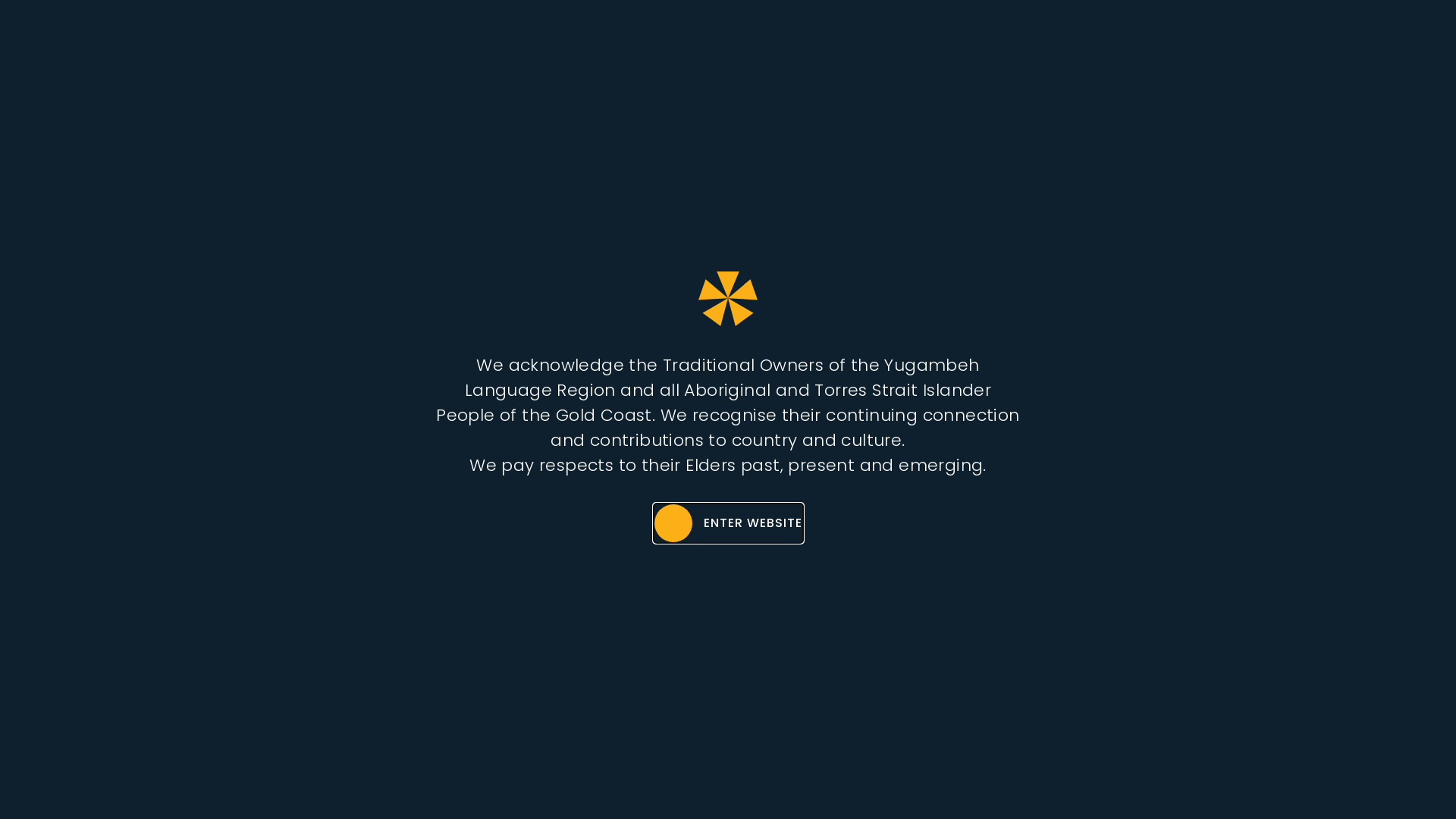 This screenshot has height=819, width=1456. What do you see at coordinates (836, 451) in the screenshot?
I see `'VIEW OUR PROJECTS'` at bounding box center [836, 451].